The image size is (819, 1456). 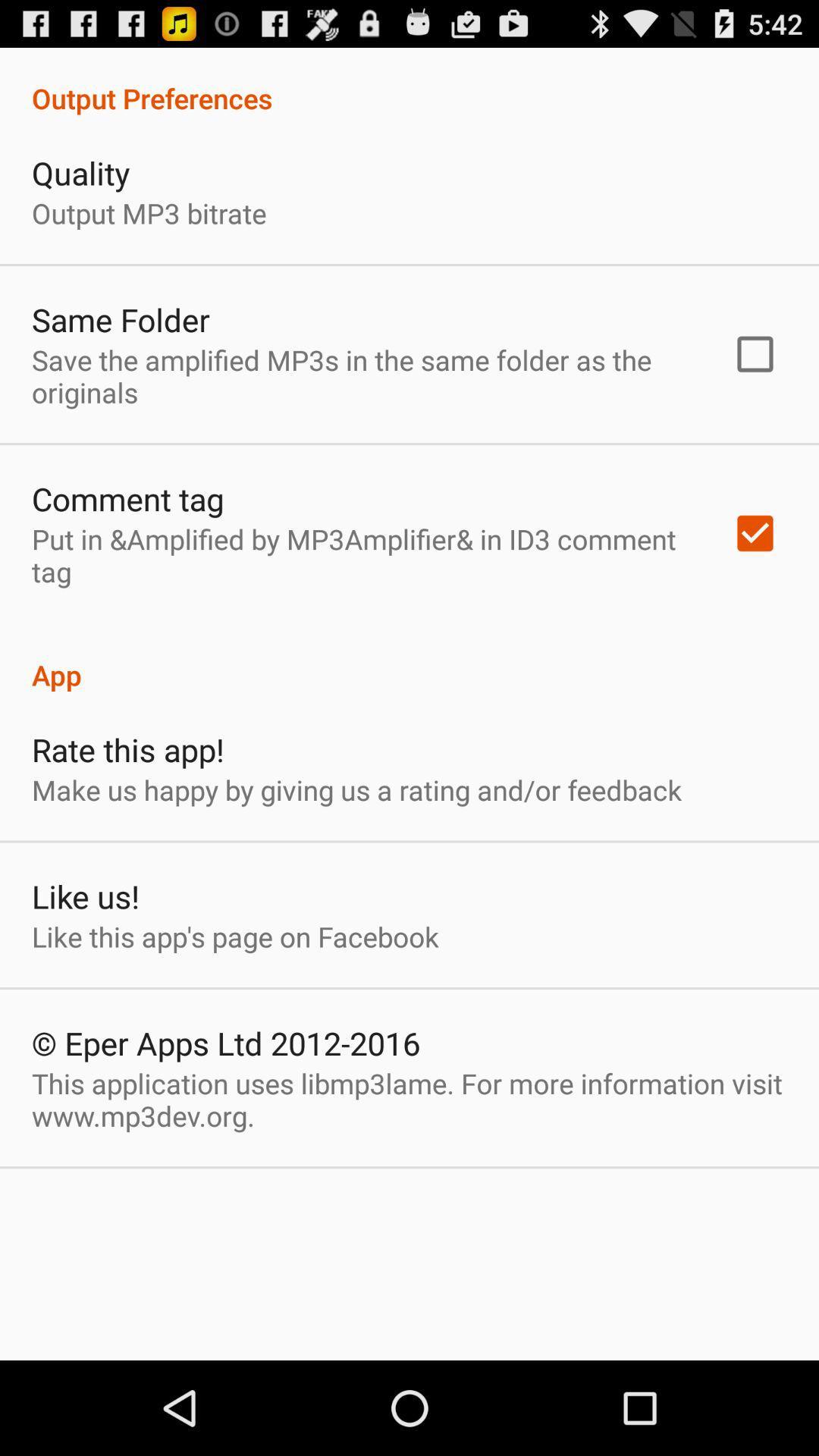 What do you see at coordinates (356, 789) in the screenshot?
I see `the app above like us!` at bounding box center [356, 789].